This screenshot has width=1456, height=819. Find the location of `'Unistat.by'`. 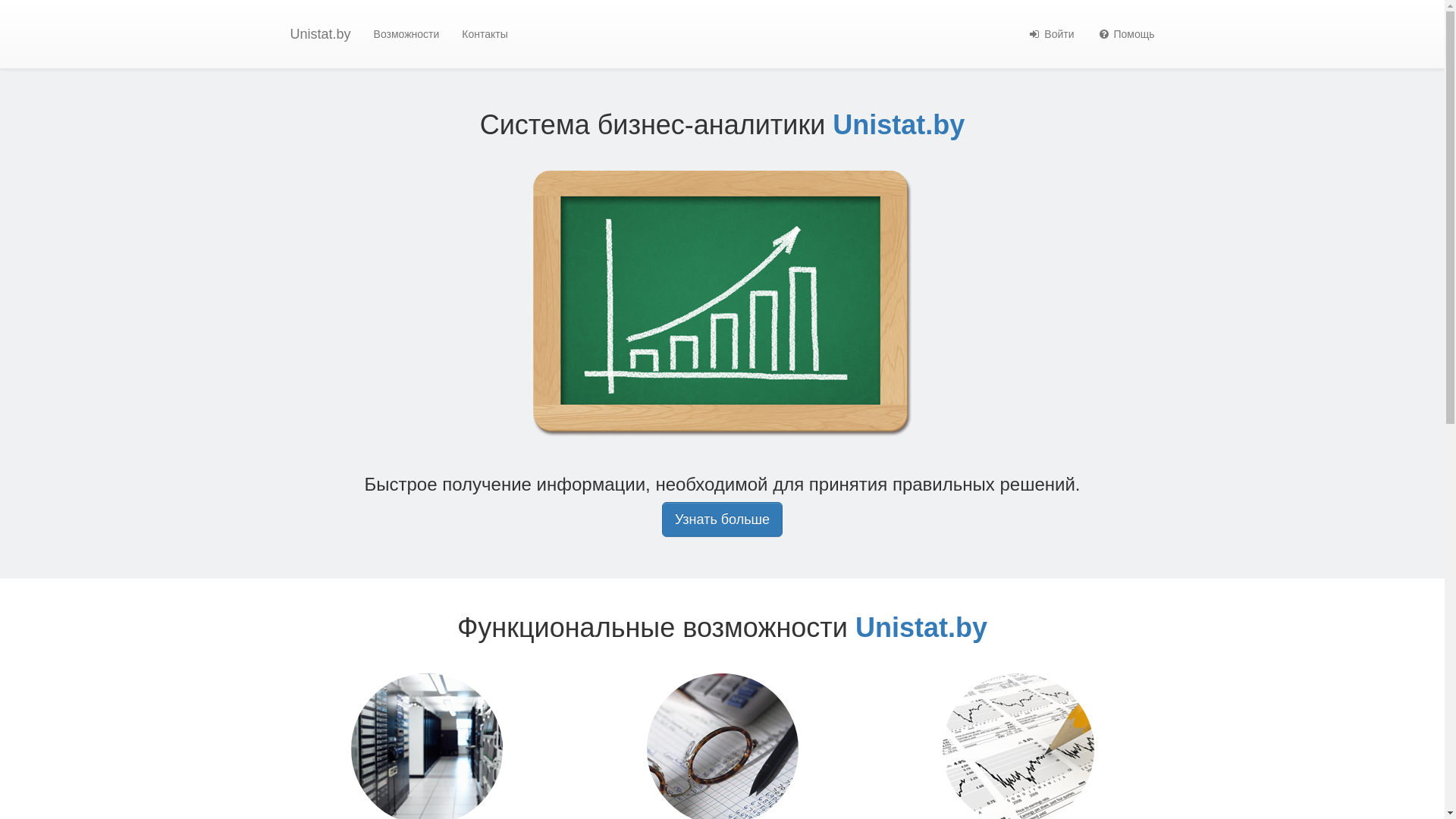

'Unistat.by' is located at coordinates (319, 34).